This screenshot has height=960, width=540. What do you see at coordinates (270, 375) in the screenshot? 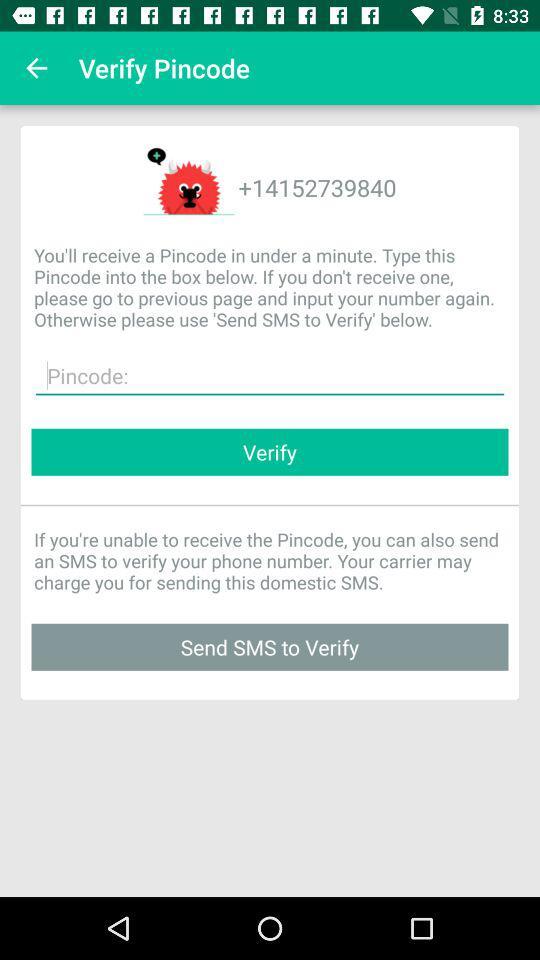
I see `pincode option` at bounding box center [270, 375].